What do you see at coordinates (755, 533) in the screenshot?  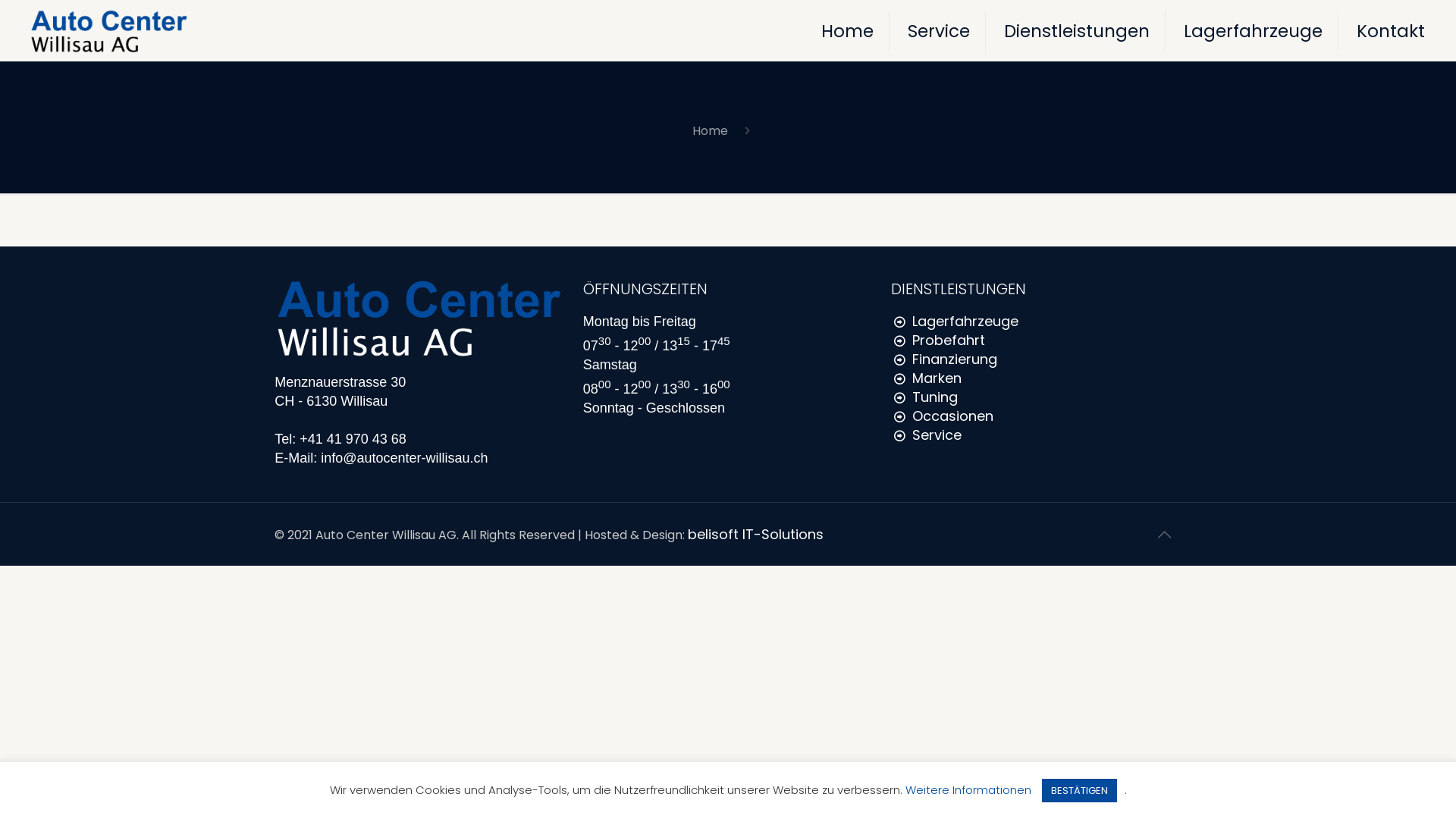 I see `'belisoft IT-Solutions'` at bounding box center [755, 533].